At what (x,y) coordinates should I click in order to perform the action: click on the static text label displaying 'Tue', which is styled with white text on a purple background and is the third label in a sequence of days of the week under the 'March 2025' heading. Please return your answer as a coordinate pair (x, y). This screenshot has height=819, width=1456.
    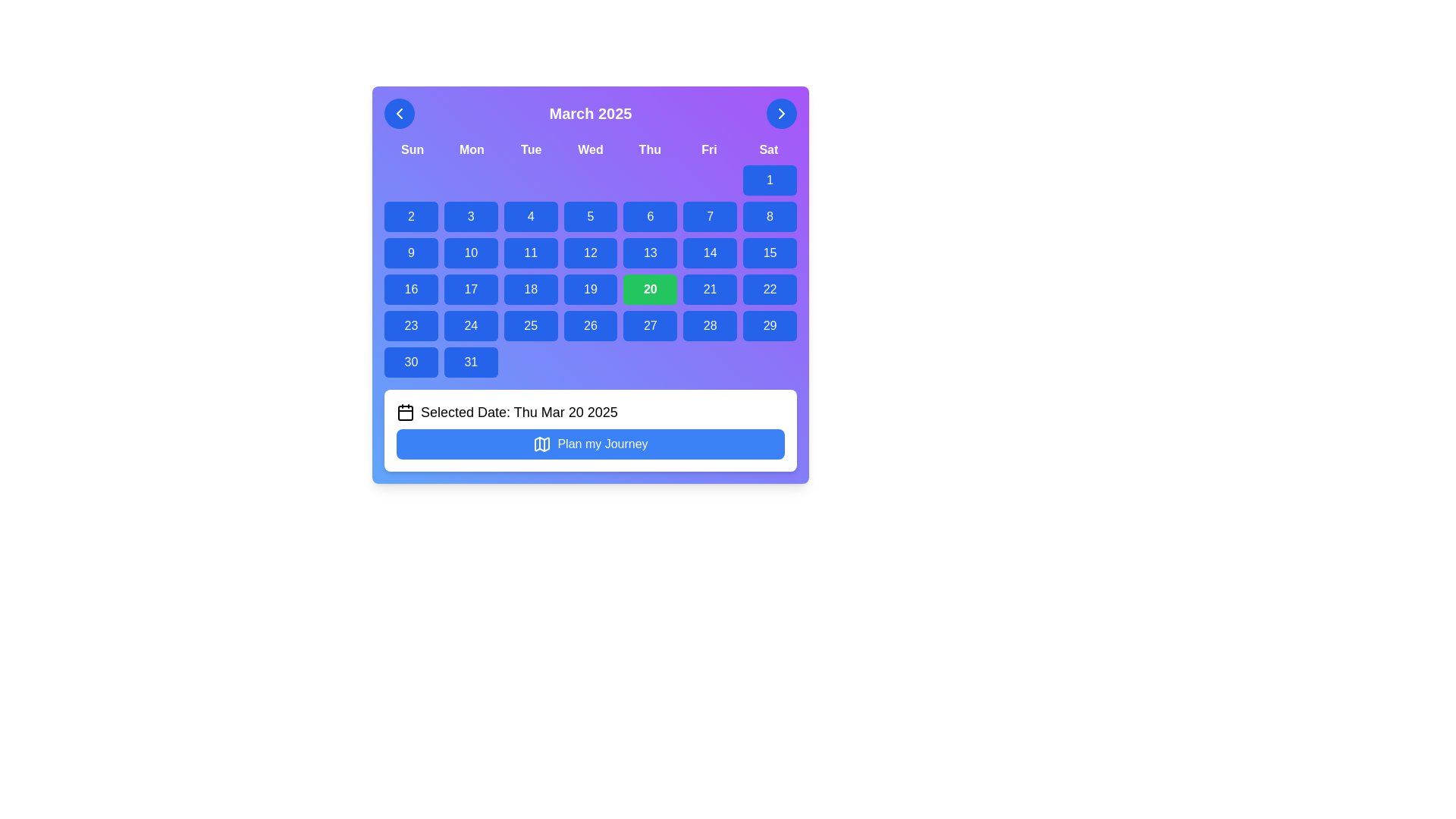
    Looking at the image, I should click on (531, 149).